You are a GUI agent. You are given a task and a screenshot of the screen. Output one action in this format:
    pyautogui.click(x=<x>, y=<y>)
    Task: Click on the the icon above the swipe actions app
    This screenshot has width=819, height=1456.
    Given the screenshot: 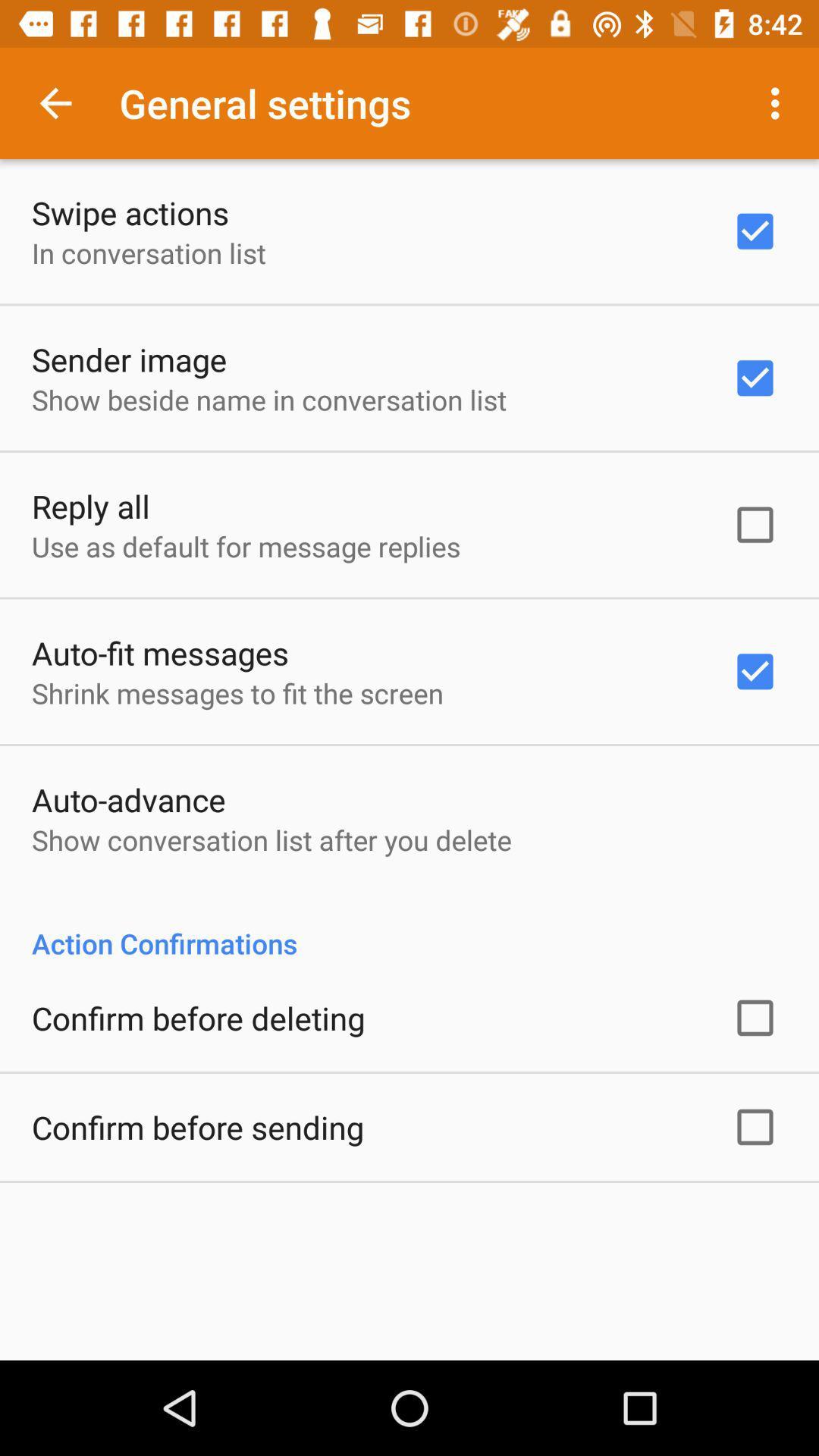 What is the action you would take?
    pyautogui.click(x=55, y=102)
    